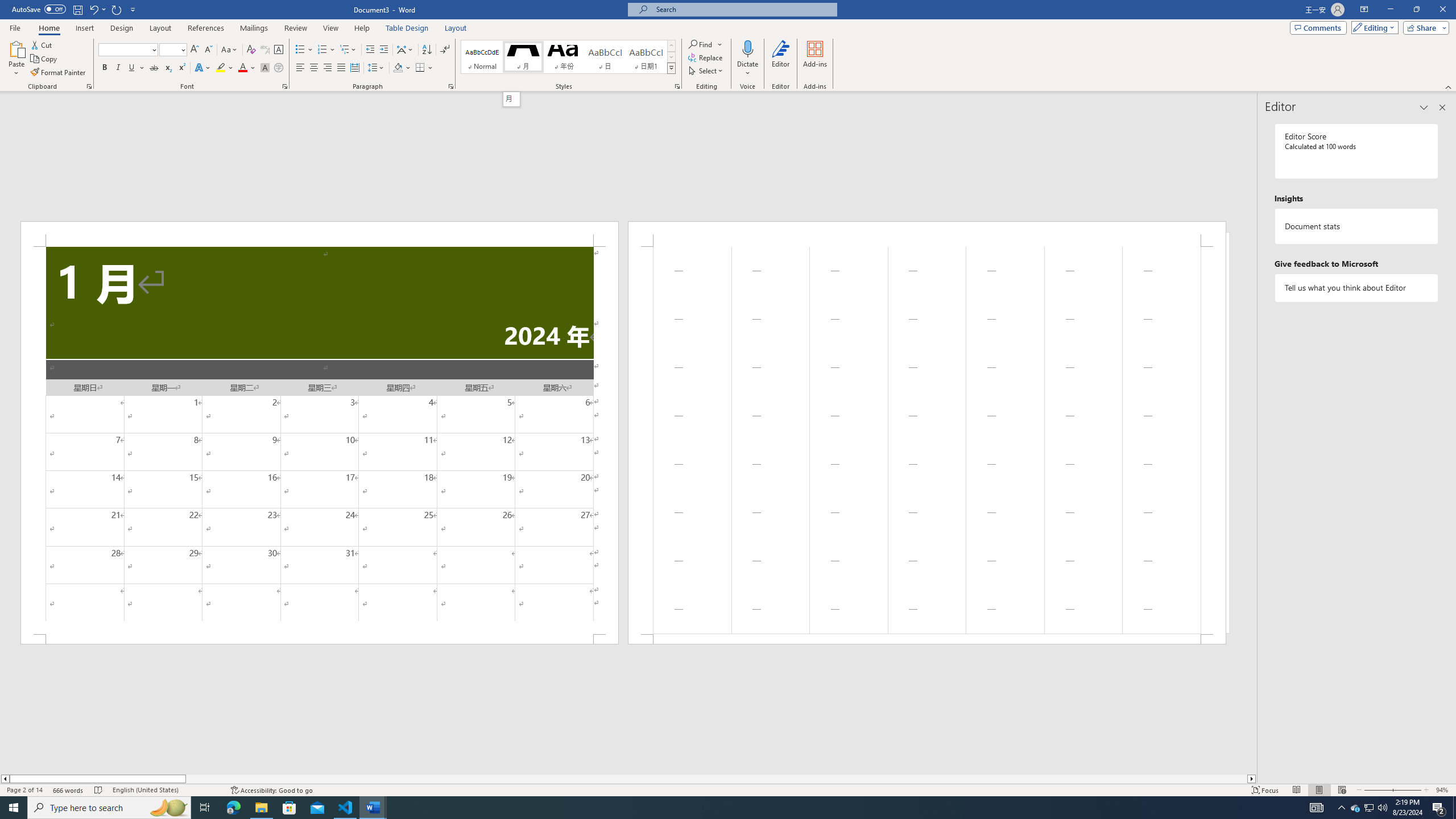 Image resolution: width=1456 pixels, height=819 pixels. Describe the element at coordinates (398, 67) in the screenshot. I see `'Shading RGB(0, 0, 0)'` at that location.